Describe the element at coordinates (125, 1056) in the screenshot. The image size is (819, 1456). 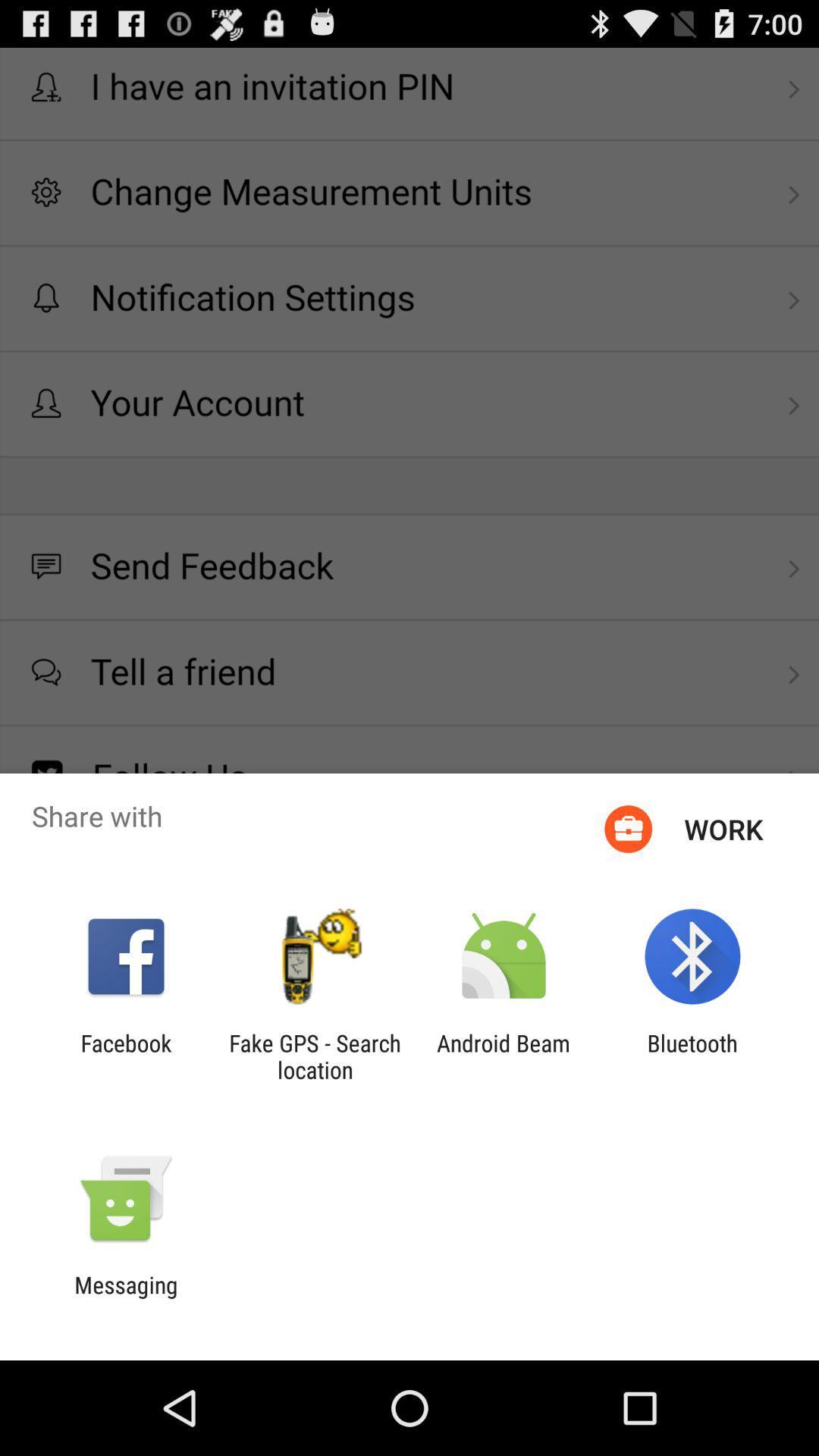
I see `item to the left of the fake gps search app` at that location.